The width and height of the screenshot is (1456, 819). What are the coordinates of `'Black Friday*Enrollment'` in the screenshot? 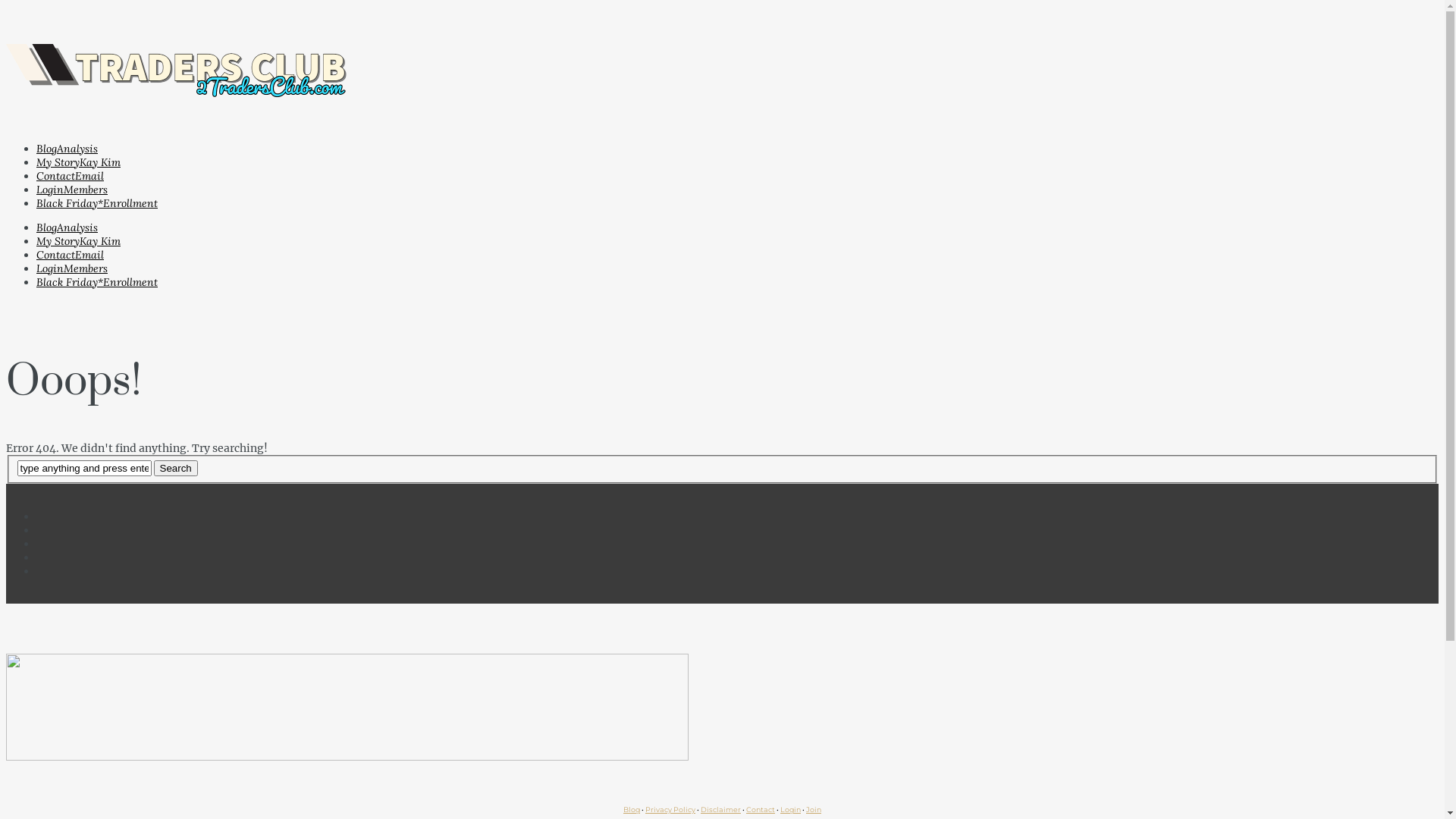 It's located at (96, 201).